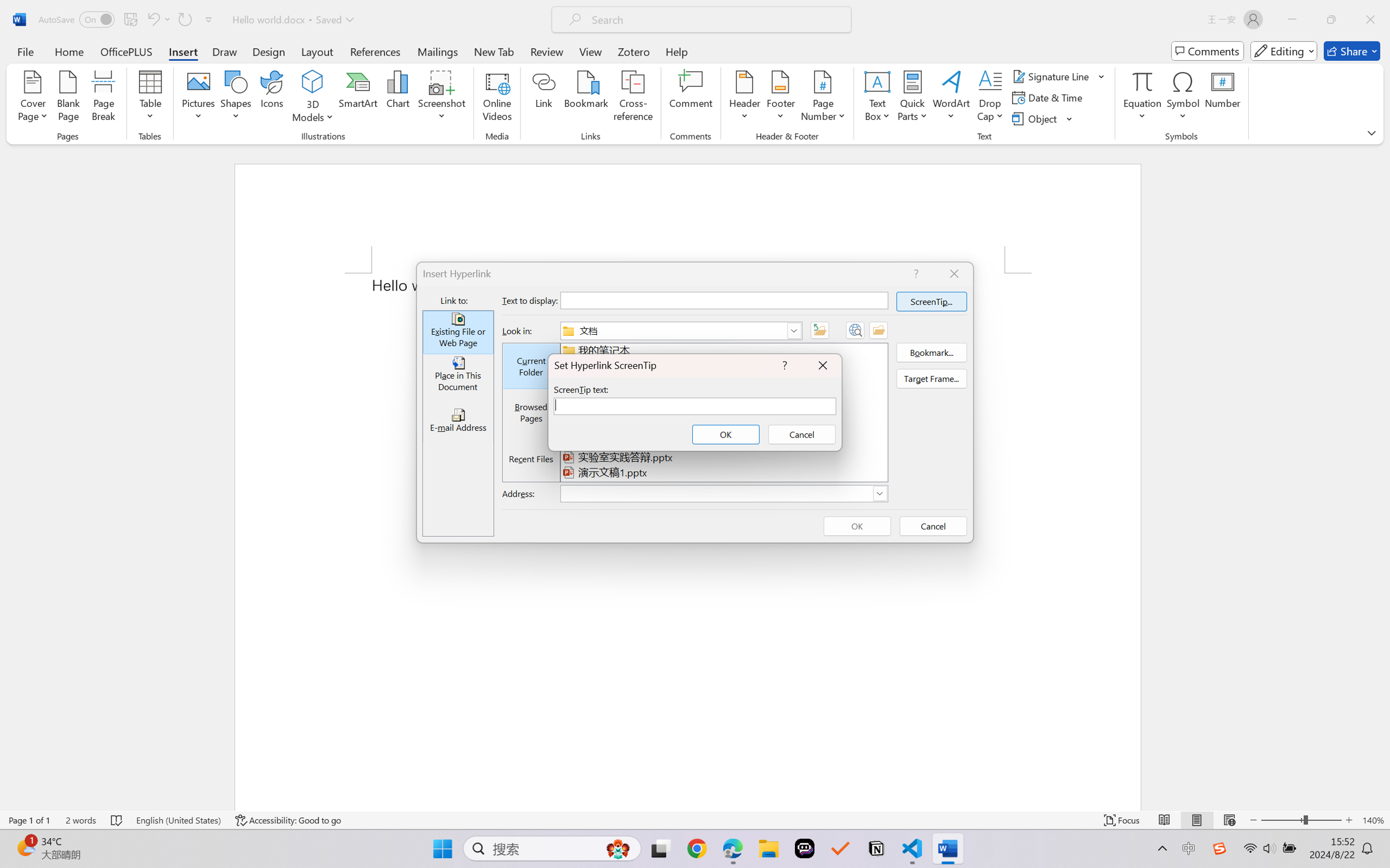 This screenshot has width=1390, height=868. Describe the element at coordinates (802, 434) in the screenshot. I see `'Cancel'` at that location.